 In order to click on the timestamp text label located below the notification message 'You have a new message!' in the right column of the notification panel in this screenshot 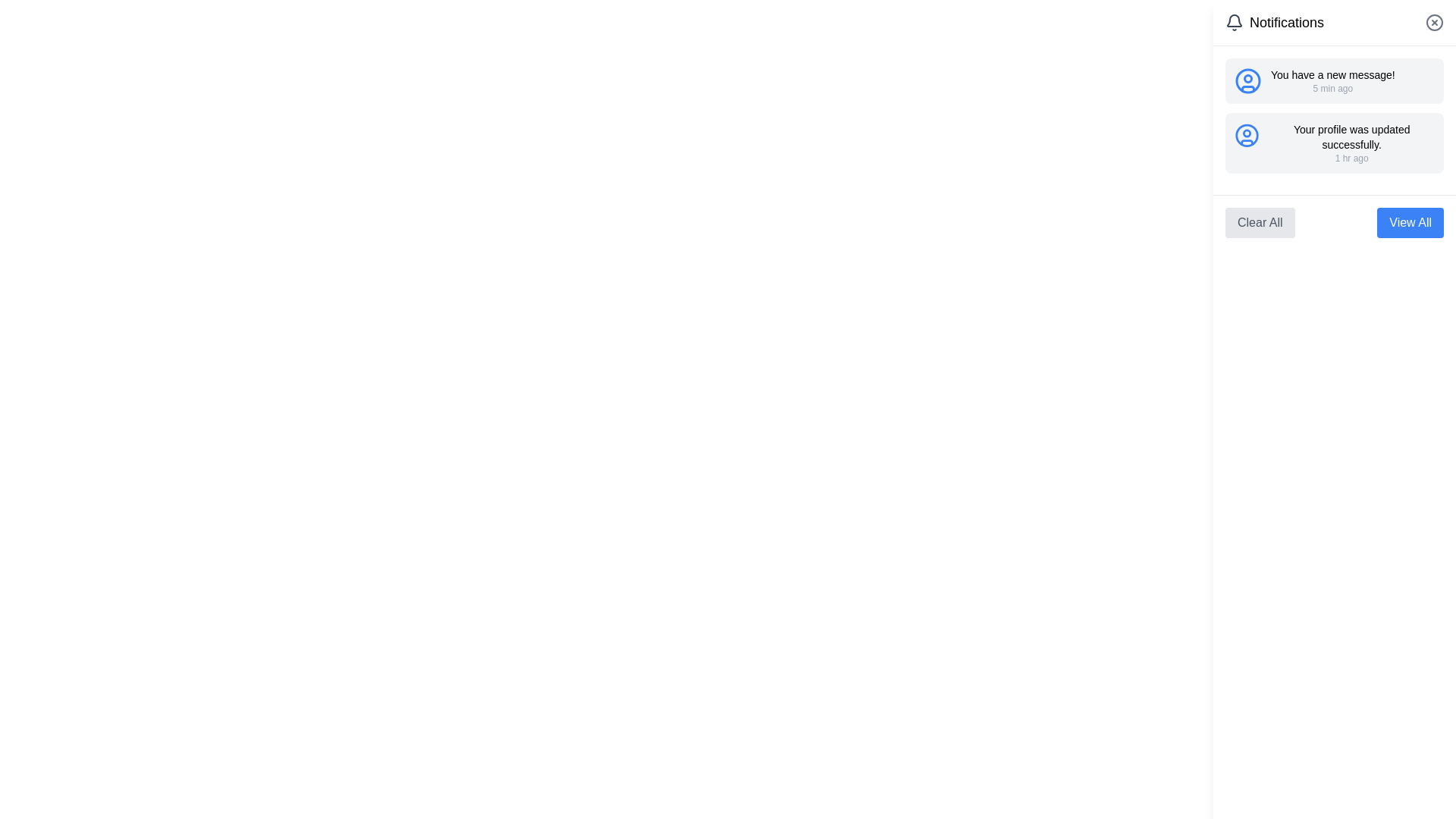, I will do `click(1332, 88)`.